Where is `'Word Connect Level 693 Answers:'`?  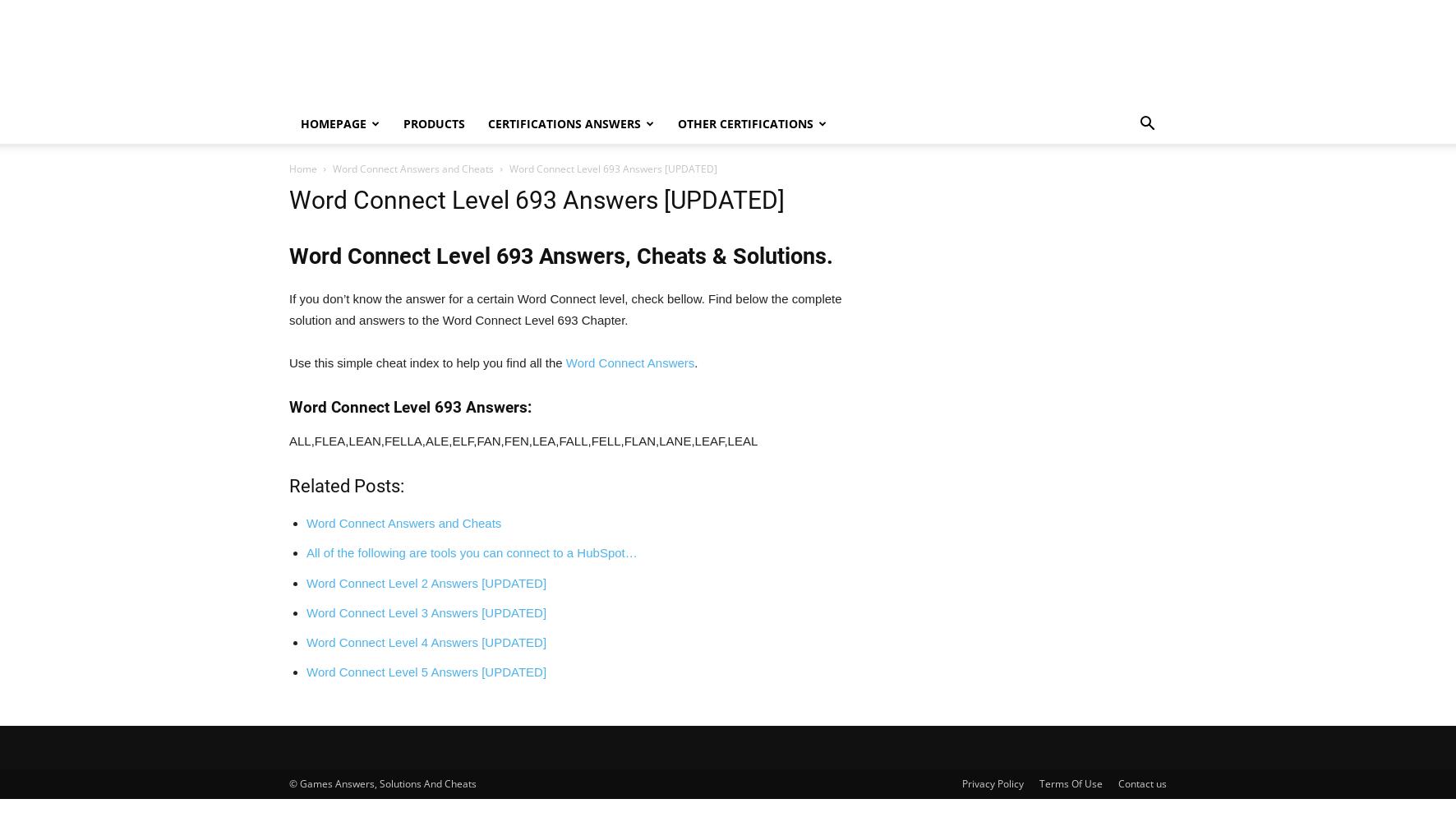 'Word Connect Level 693 Answers:' is located at coordinates (409, 406).